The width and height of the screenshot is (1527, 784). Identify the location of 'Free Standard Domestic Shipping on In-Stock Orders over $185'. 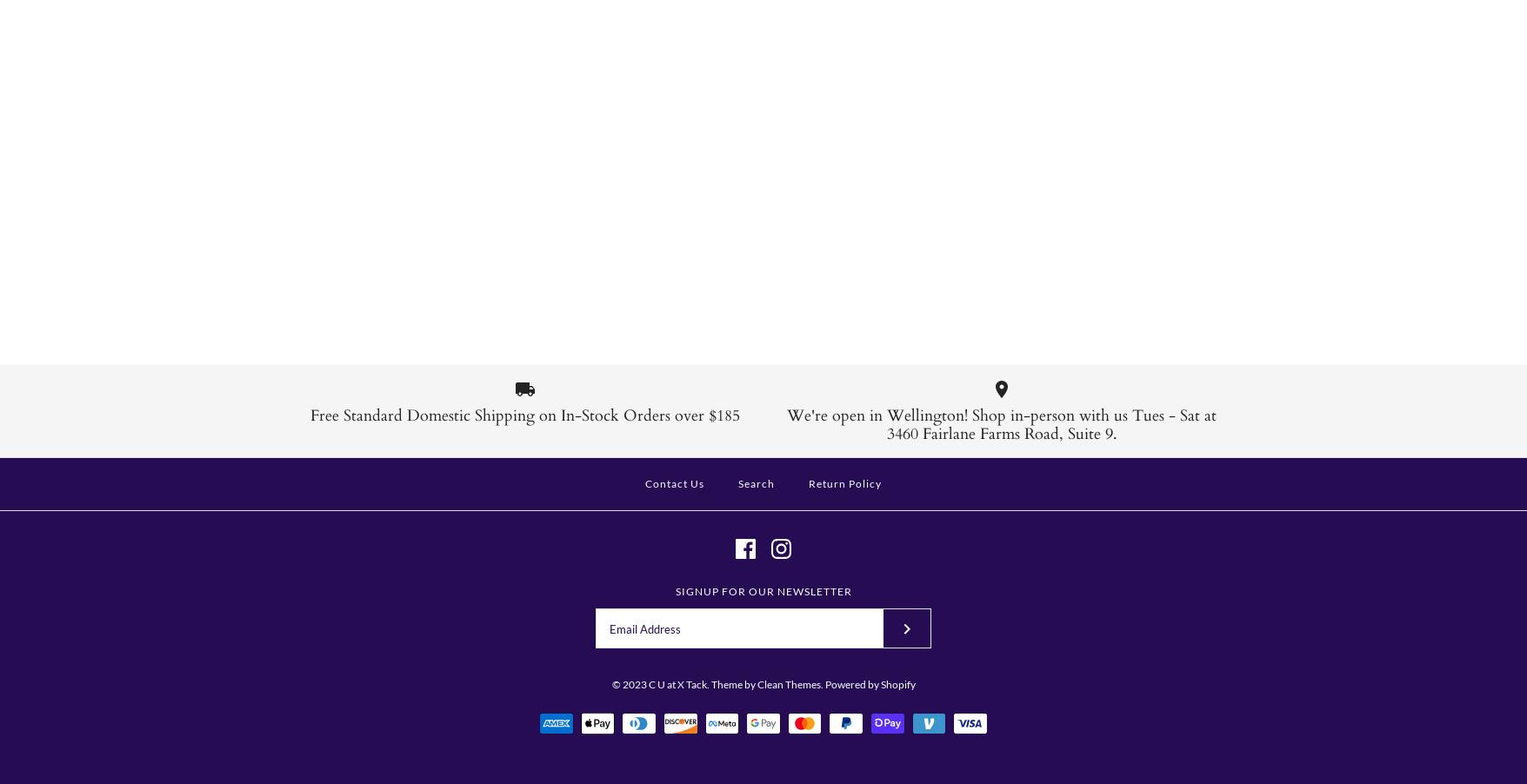
(524, 415).